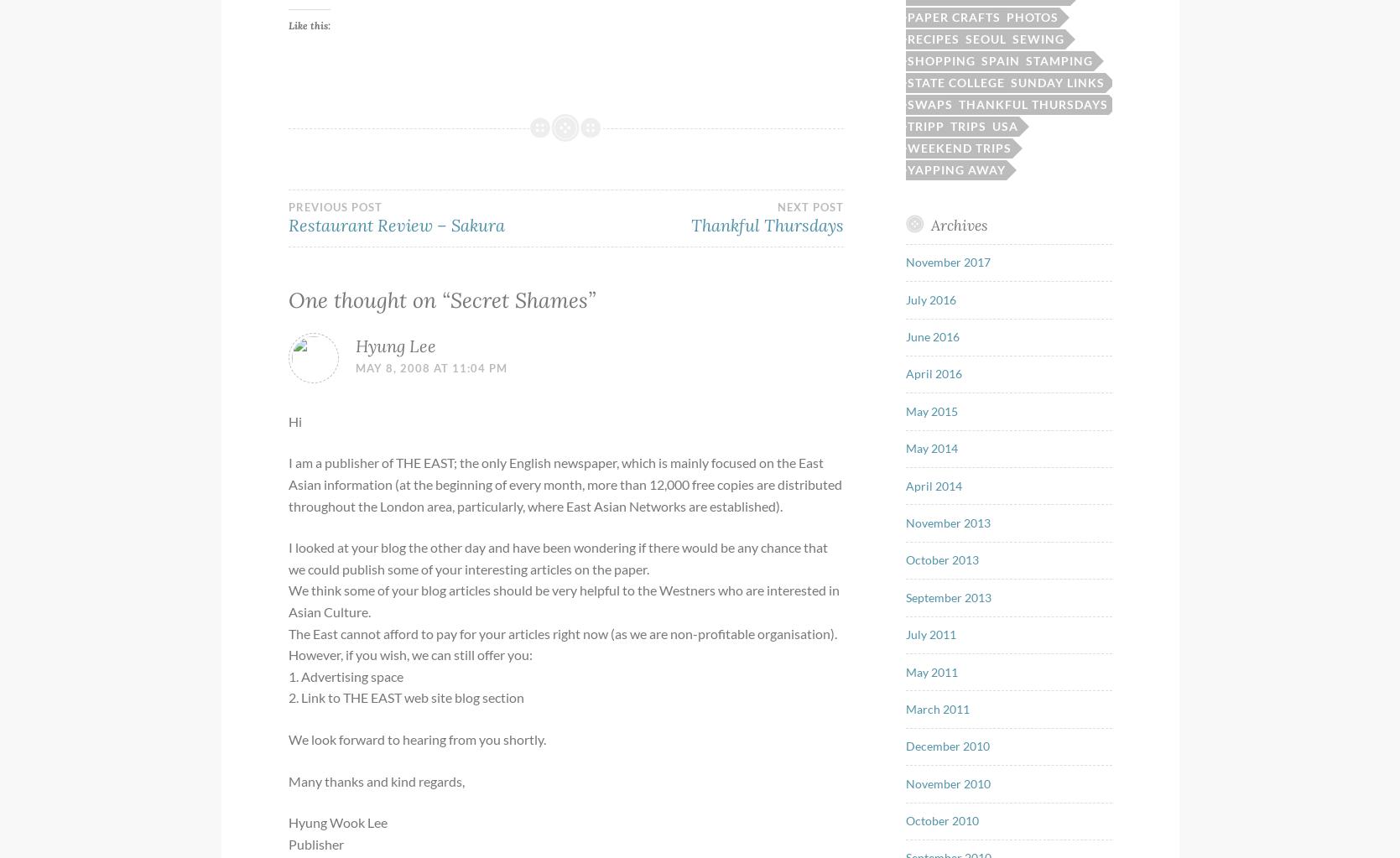 The height and width of the screenshot is (858, 1400). What do you see at coordinates (933, 336) in the screenshot?
I see `'June 2016'` at bounding box center [933, 336].